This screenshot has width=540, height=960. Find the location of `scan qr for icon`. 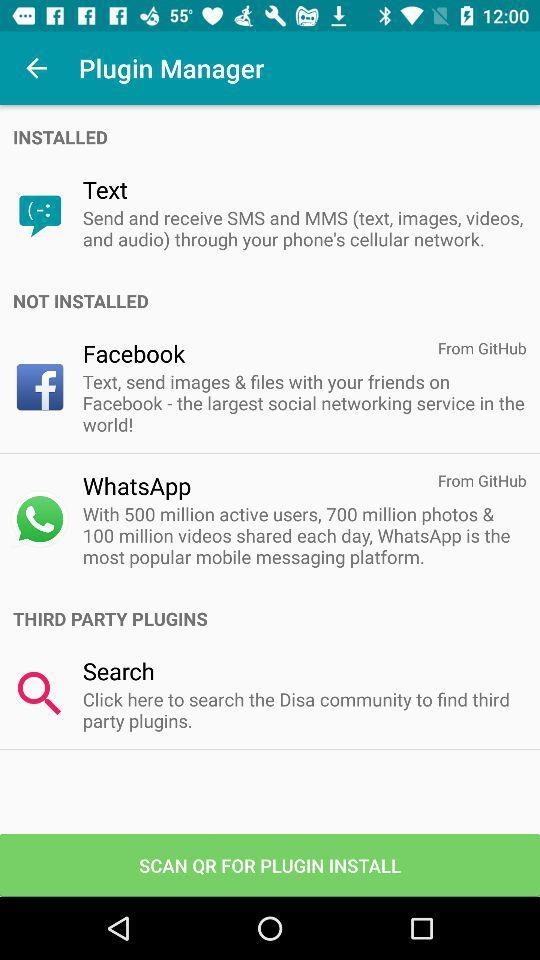

scan qr for icon is located at coordinates (270, 864).